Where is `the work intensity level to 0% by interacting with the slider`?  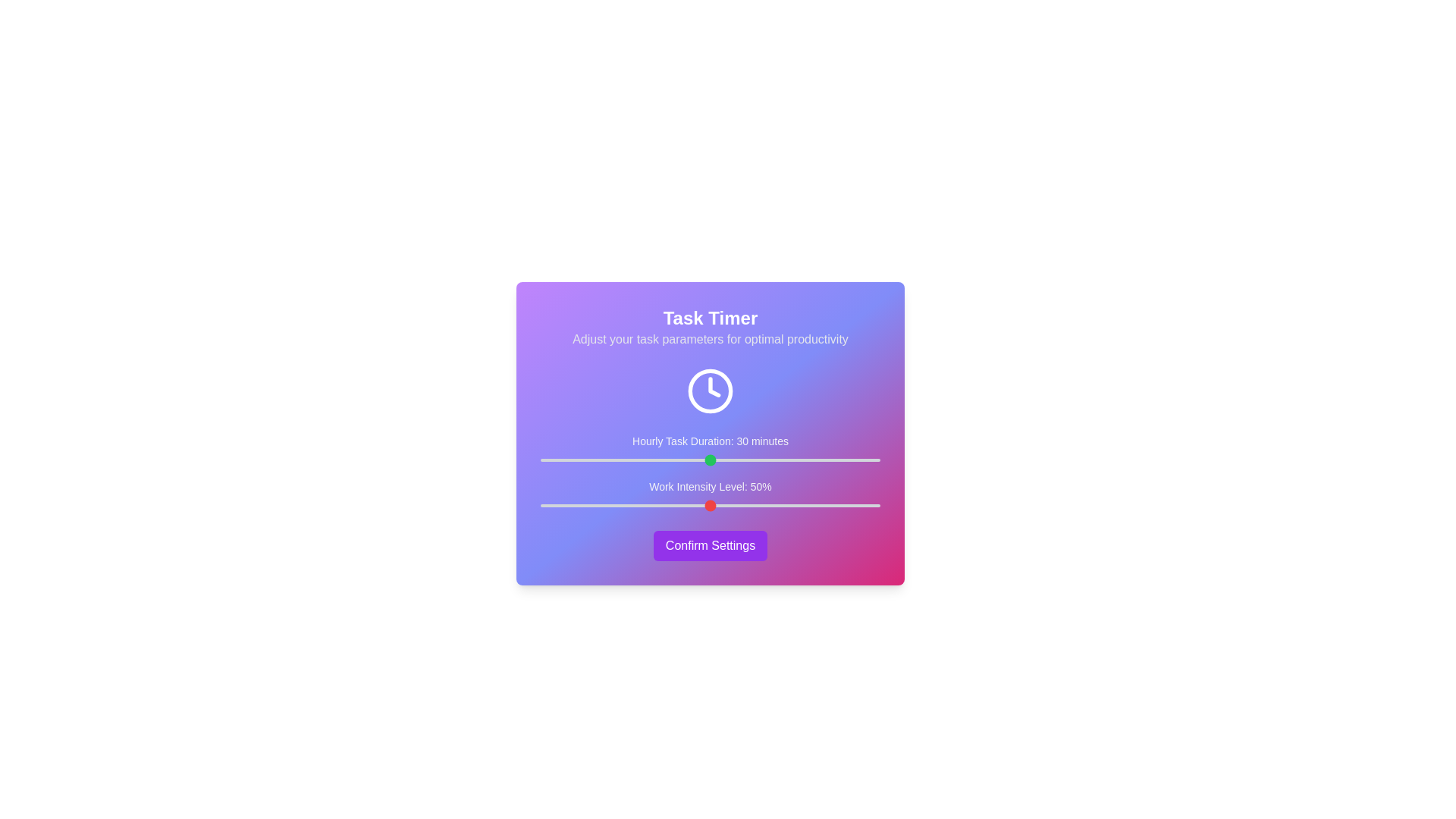 the work intensity level to 0% by interacting with the slider is located at coordinates (541, 506).